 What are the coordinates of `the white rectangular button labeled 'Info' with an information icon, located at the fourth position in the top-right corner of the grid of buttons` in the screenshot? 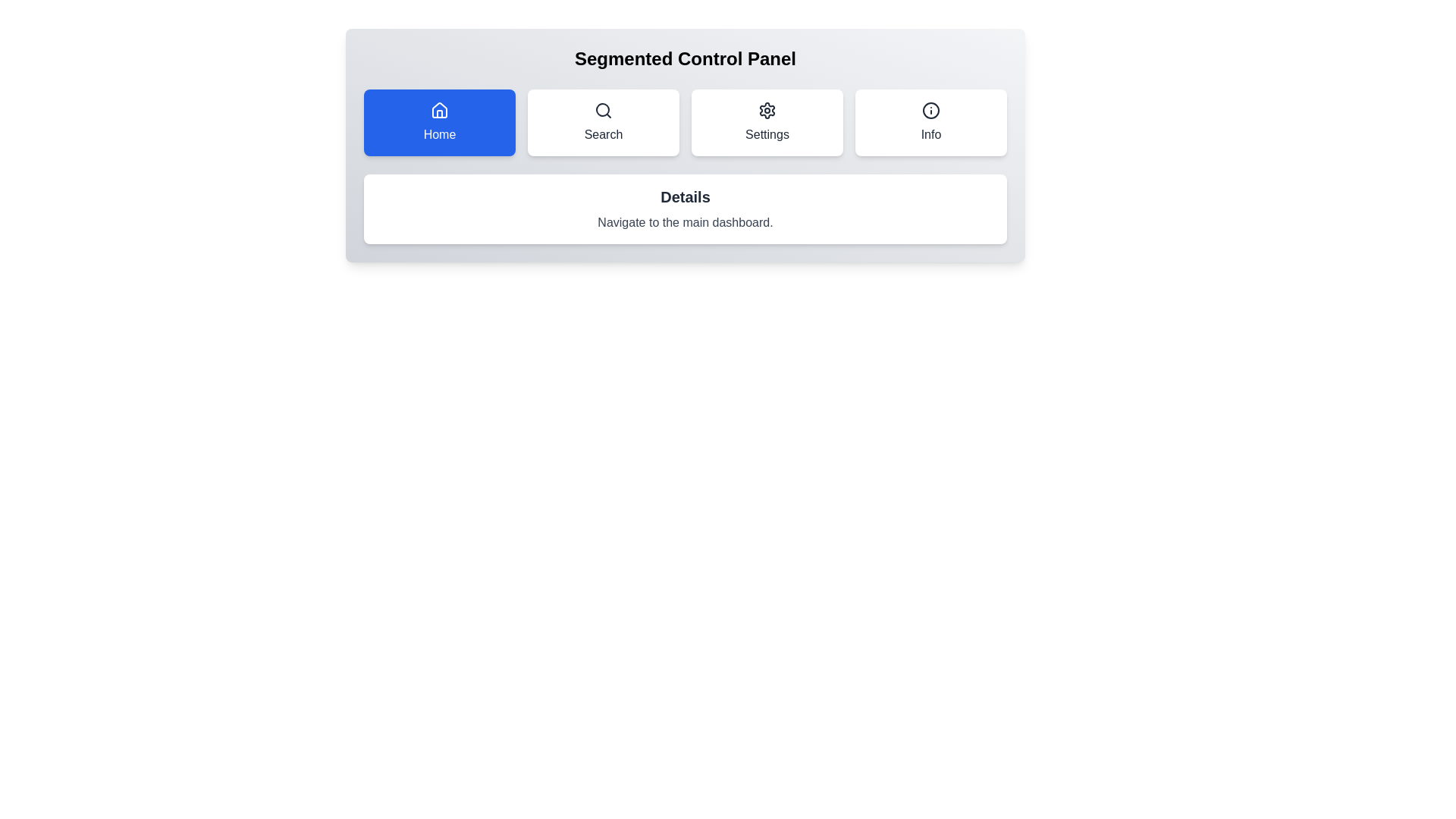 It's located at (930, 122).